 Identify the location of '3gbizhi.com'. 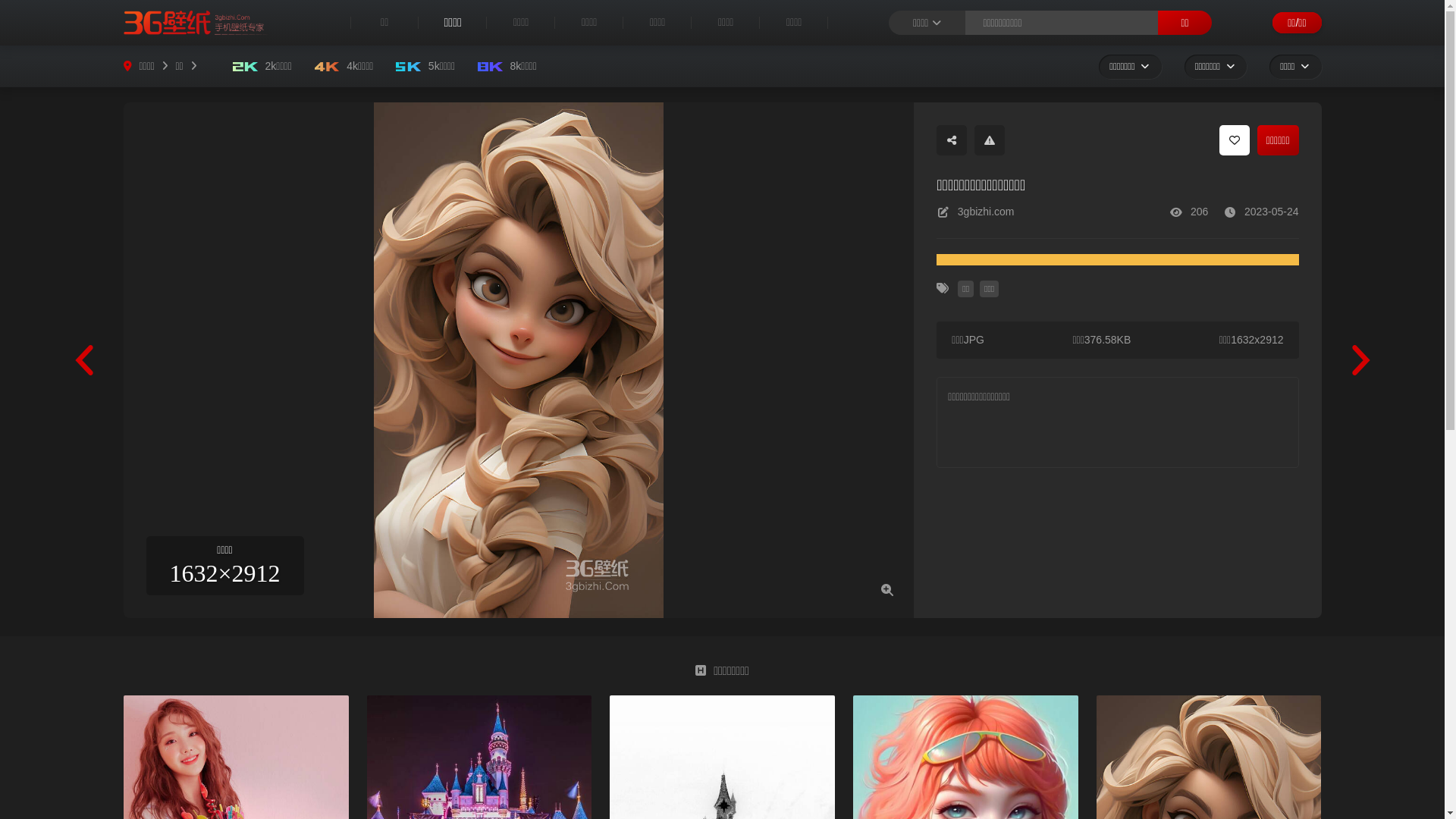
(956, 212).